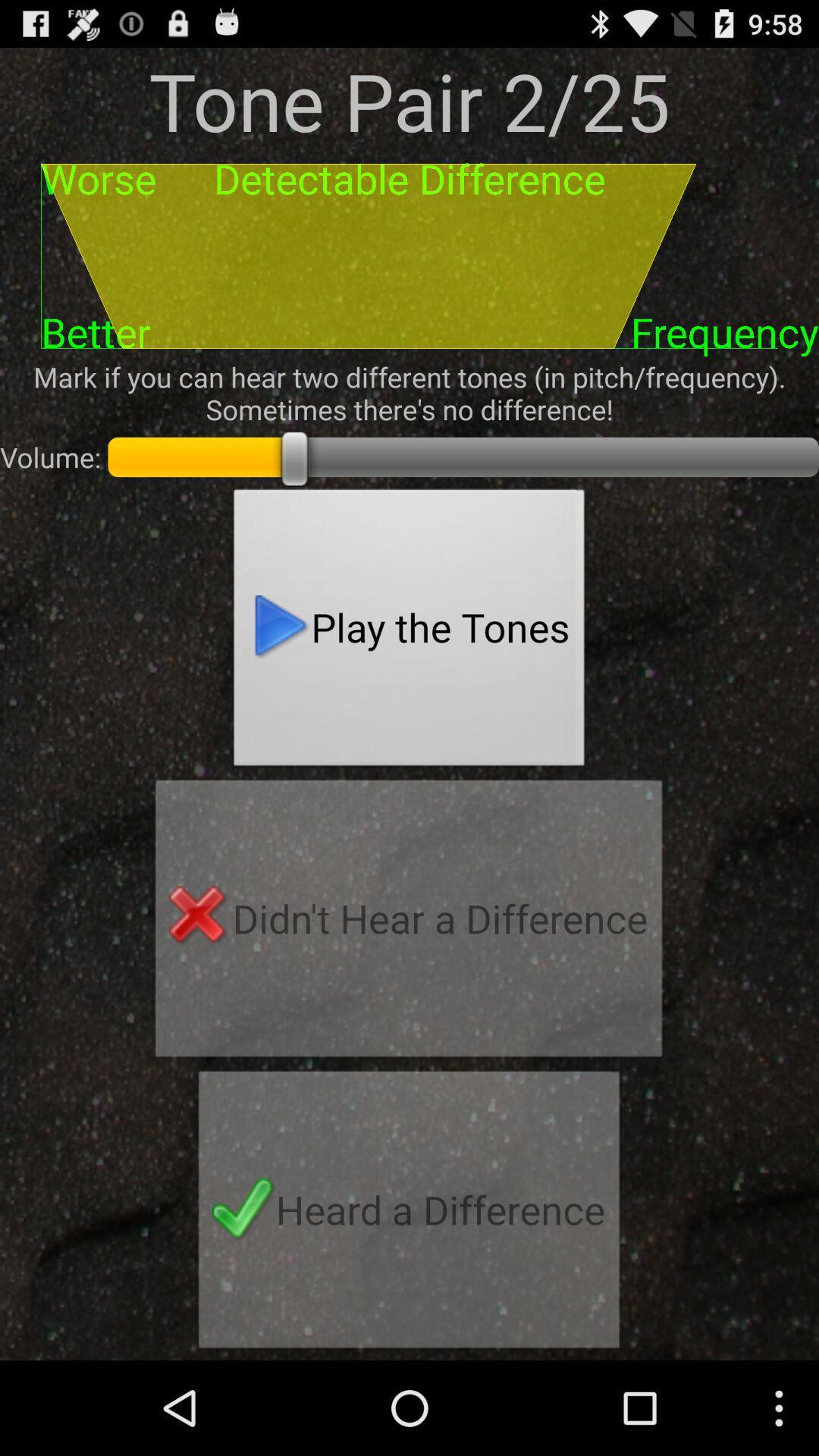 The width and height of the screenshot is (819, 1456). Describe the element at coordinates (409, 632) in the screenshot. I see `the play the tones icon` at that location.